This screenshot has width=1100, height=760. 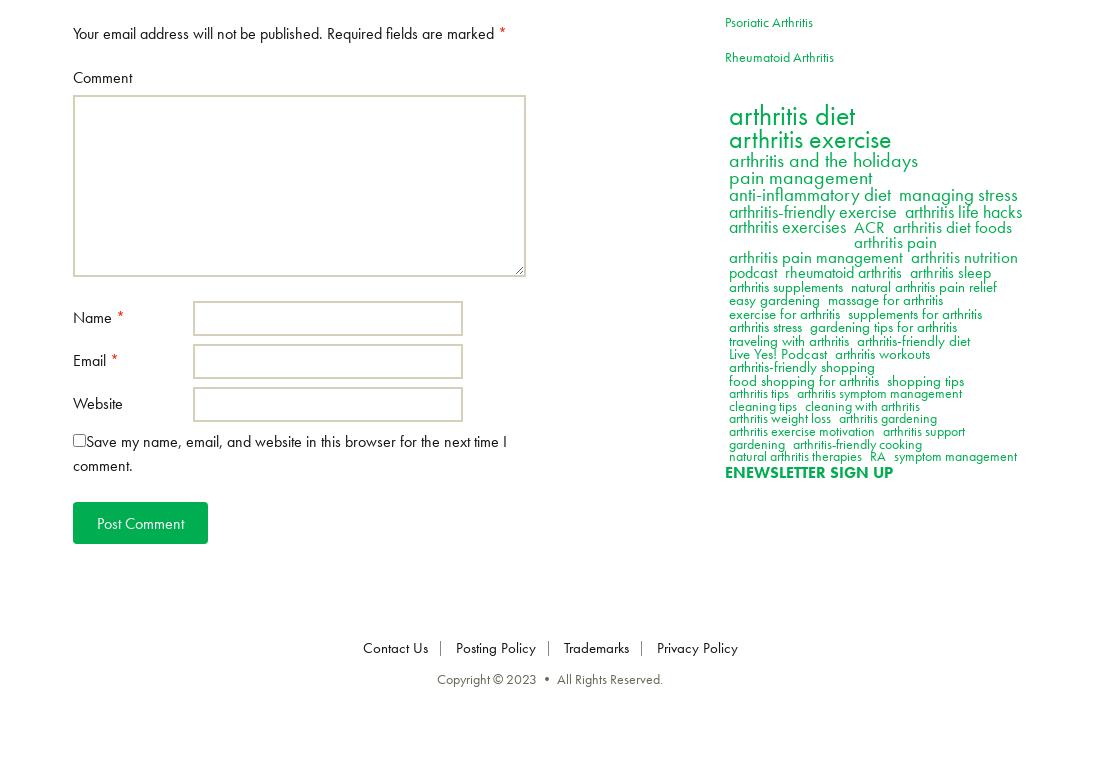 I want to click on 'Contact Us', so click(x=362, y=646).